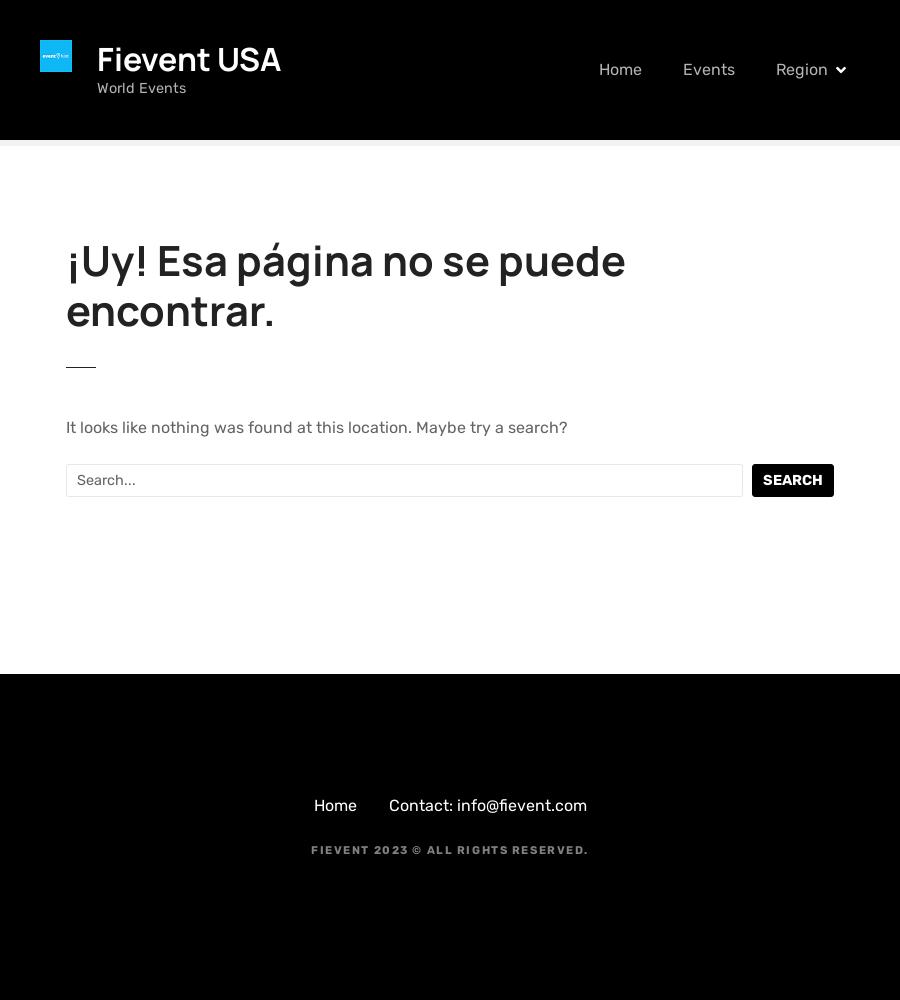  Describe the element at coordinates (792, 478) in the screenshot. I see `'Search'` at that location.